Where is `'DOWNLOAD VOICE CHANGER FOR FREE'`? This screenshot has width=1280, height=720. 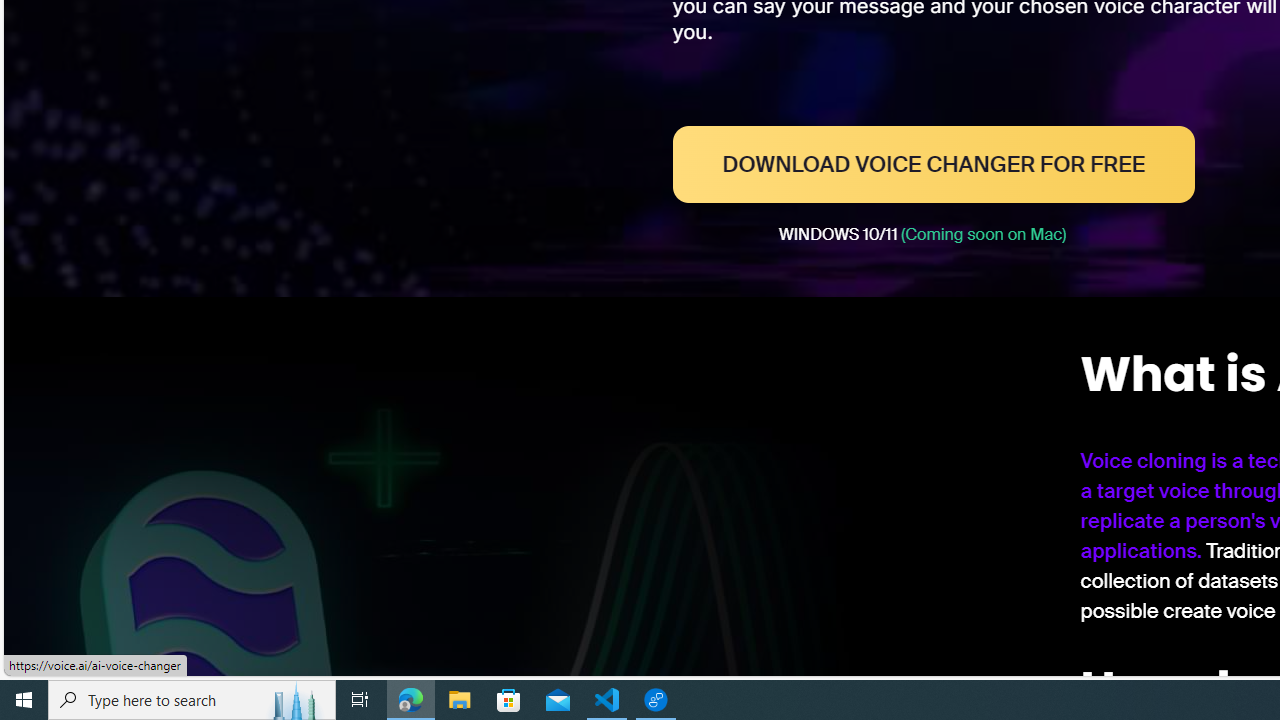
'DOWNLOAD VOICE CHANGER FOR FREE' is located at coordinates (932, 163).